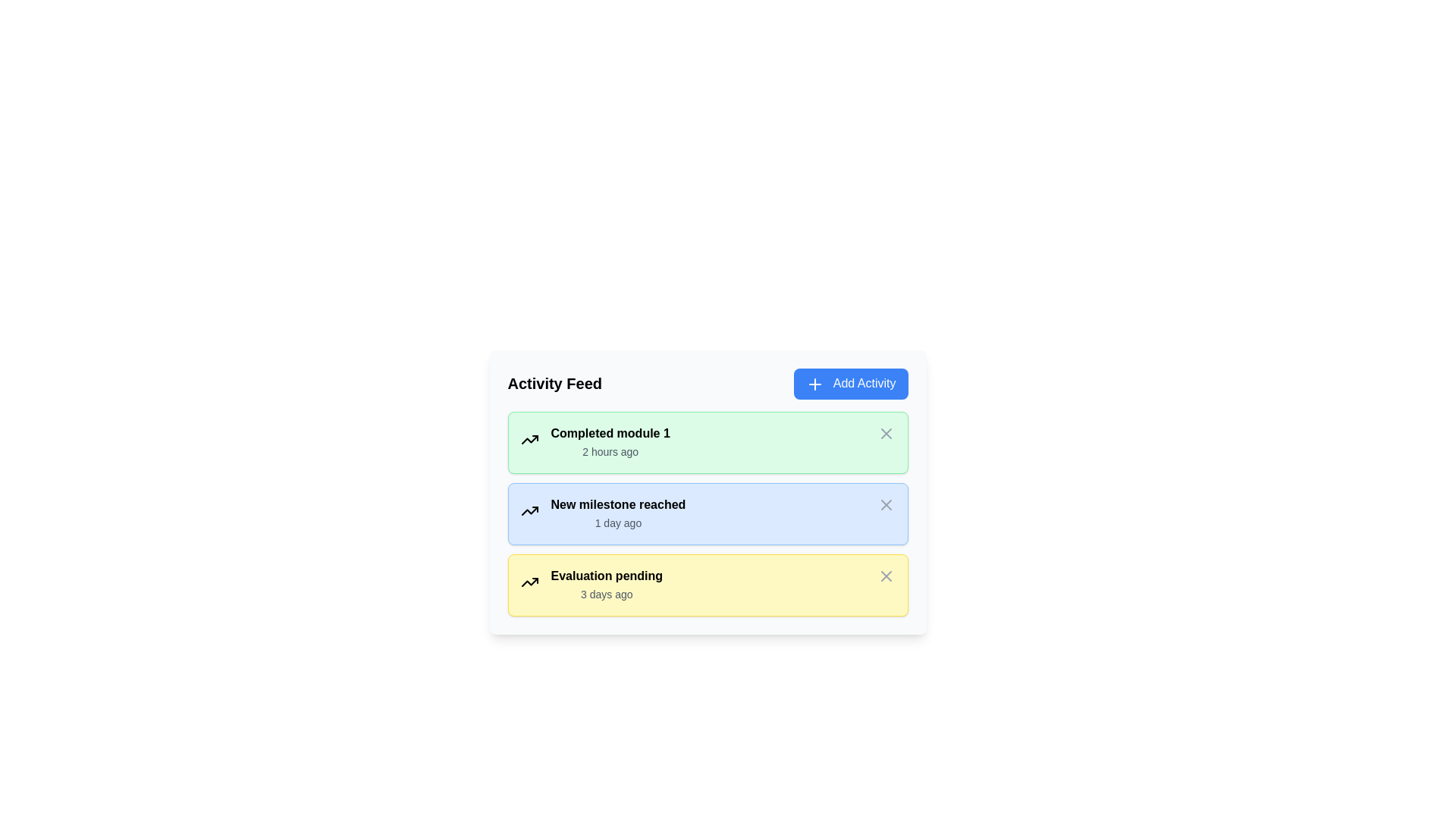 The height and width of the screenshot is (819, 1456). What do you see at coordinates (529, 510) in the screenshot?
I see `the compact icon featuring a line graph within the 'New milestone reached' activity card in the second row of the activity feed for further comprehension` at bounding box center [529, 510].